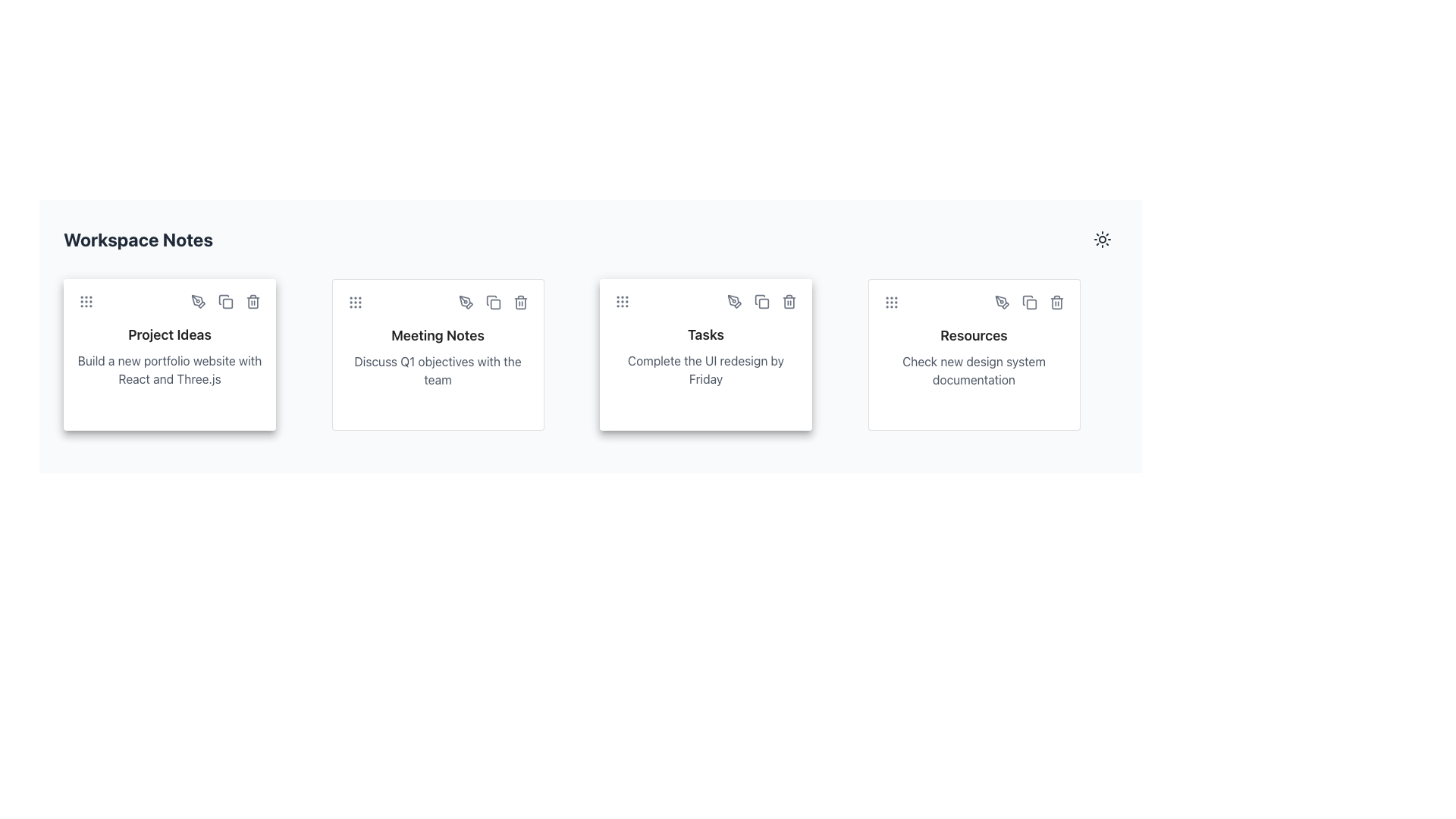 The height and width of the screenshot is (819, 1456). Describe the element at coordinates (224, 301) in the screenshot. I see `the copy action icon located in the top-right corner of the 'Project Ideas' card to copy the note's content` at that location.